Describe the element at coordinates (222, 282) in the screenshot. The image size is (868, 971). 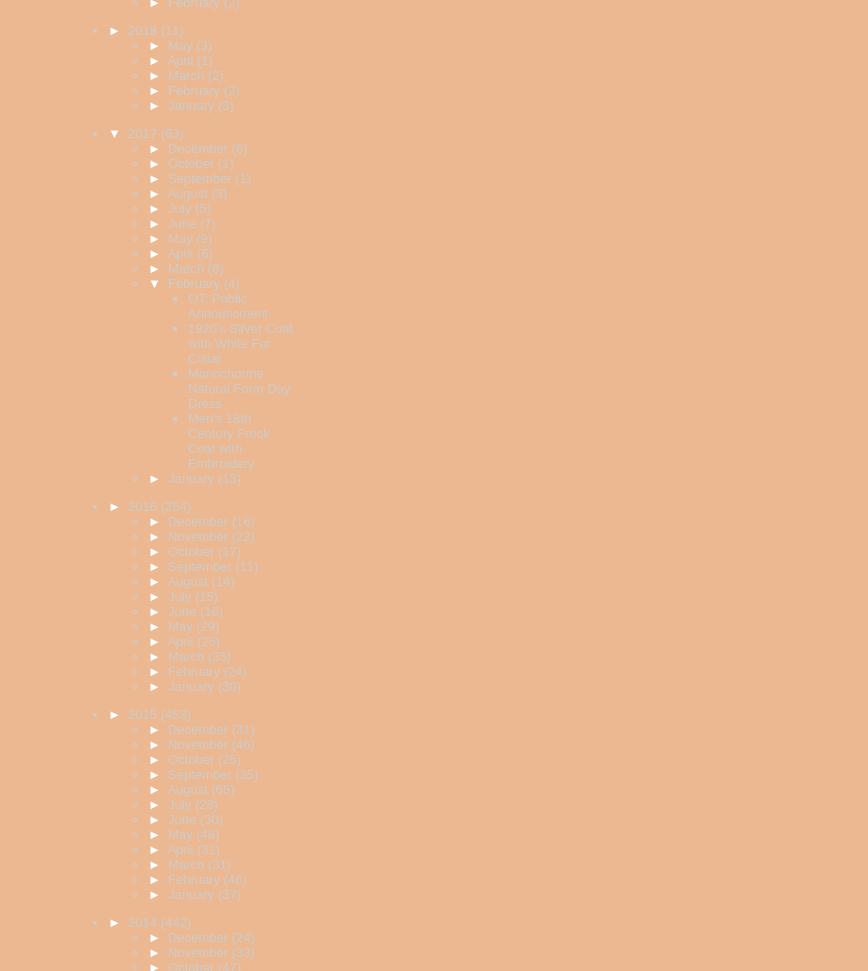
I see `'(4)'` at that location.